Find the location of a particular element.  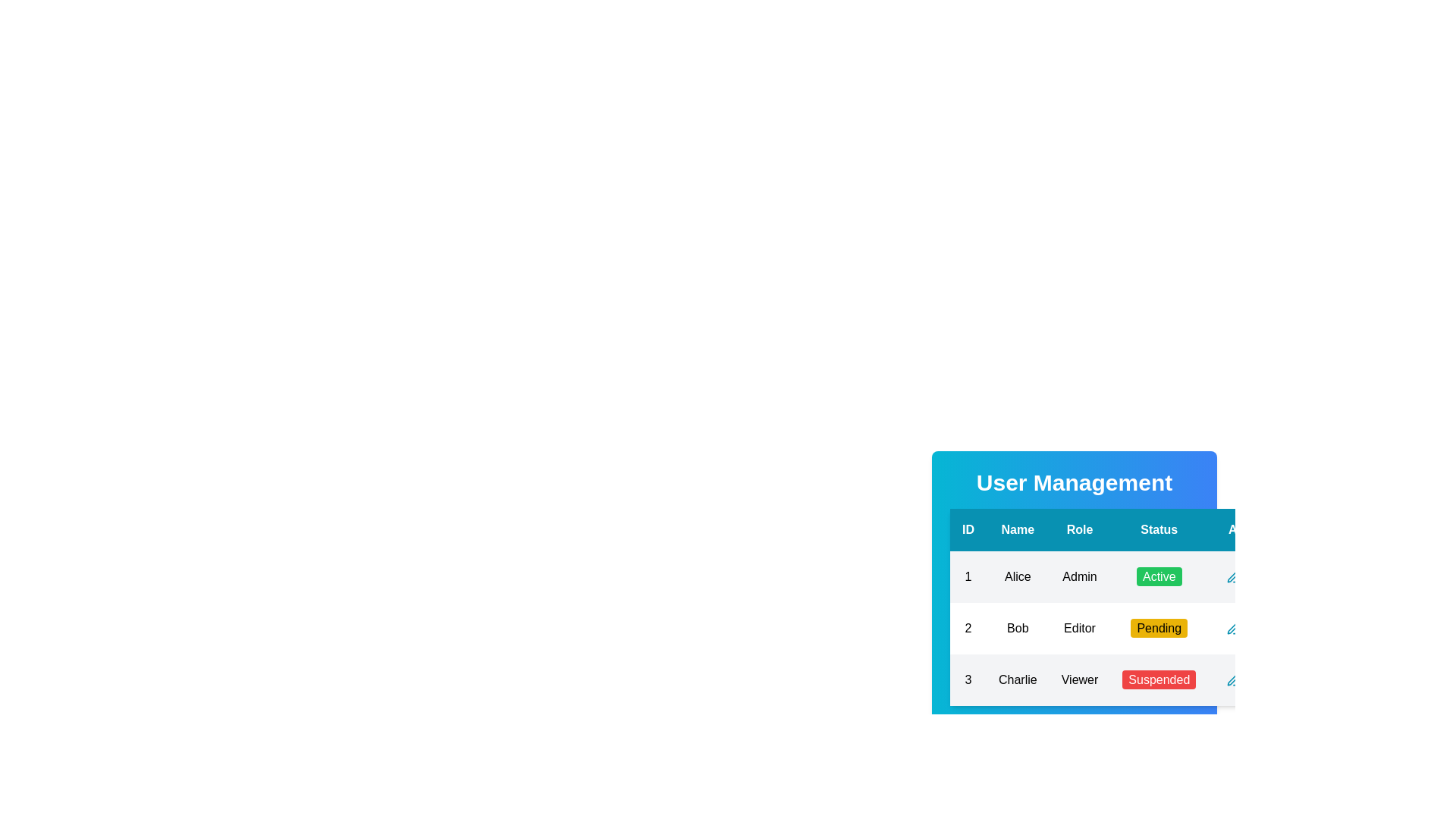

the Table Header labeled 'ID', which is a small rectangular area with white text on a blue background, positioned in the first column of a table is located at coordinates (967, 529).